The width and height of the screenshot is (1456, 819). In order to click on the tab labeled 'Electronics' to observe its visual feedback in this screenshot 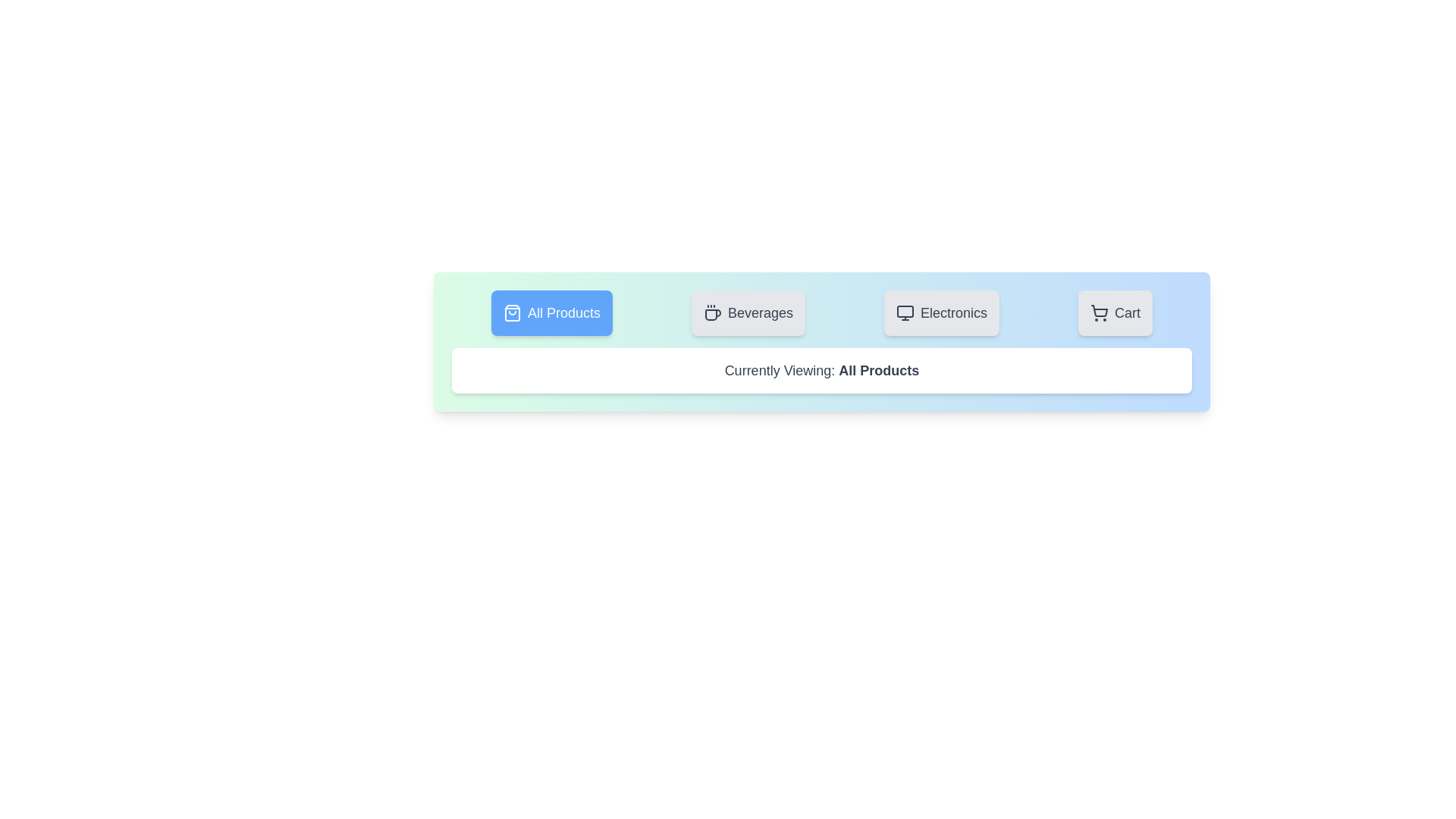, I will do `click(941, 312)`.